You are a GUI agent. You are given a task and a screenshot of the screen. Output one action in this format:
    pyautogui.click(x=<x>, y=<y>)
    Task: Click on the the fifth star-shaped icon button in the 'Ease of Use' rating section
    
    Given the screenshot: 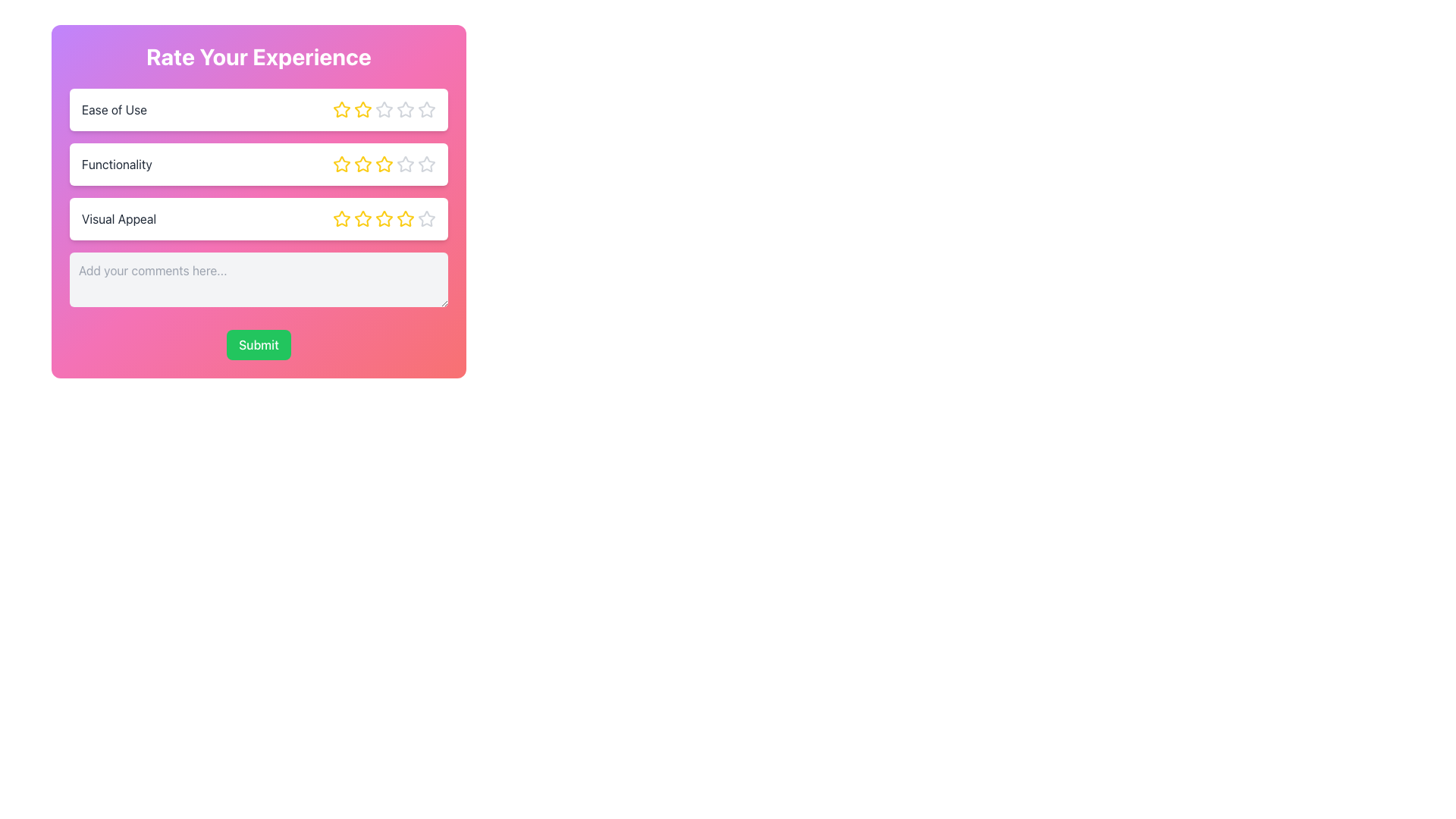 What is the action you would take?
    pyautogui.click(x=425, y=108)
    